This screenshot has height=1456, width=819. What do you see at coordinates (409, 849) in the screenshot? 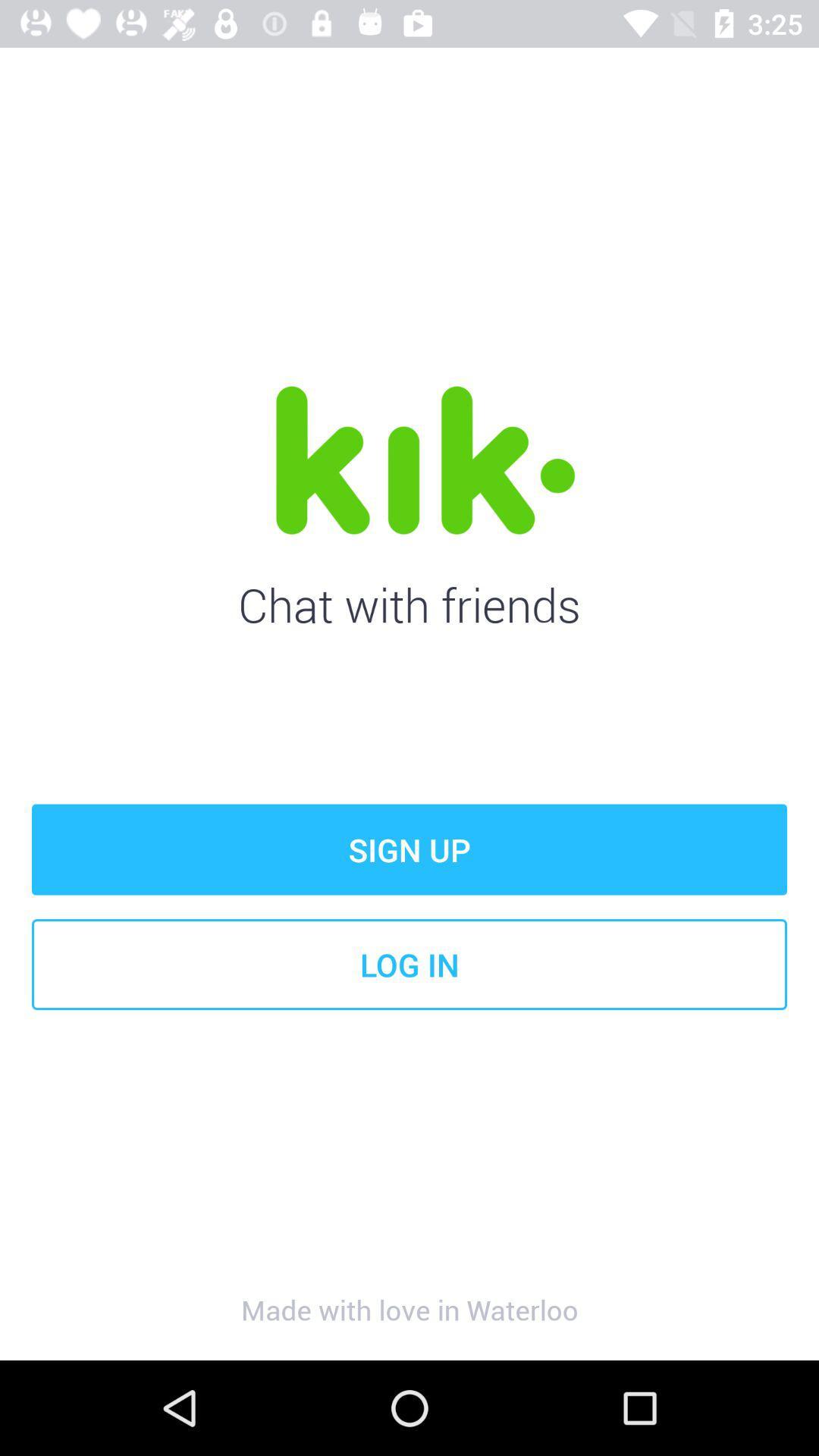
I see `the icon above the log in icon` at bounding box center [409, 849].